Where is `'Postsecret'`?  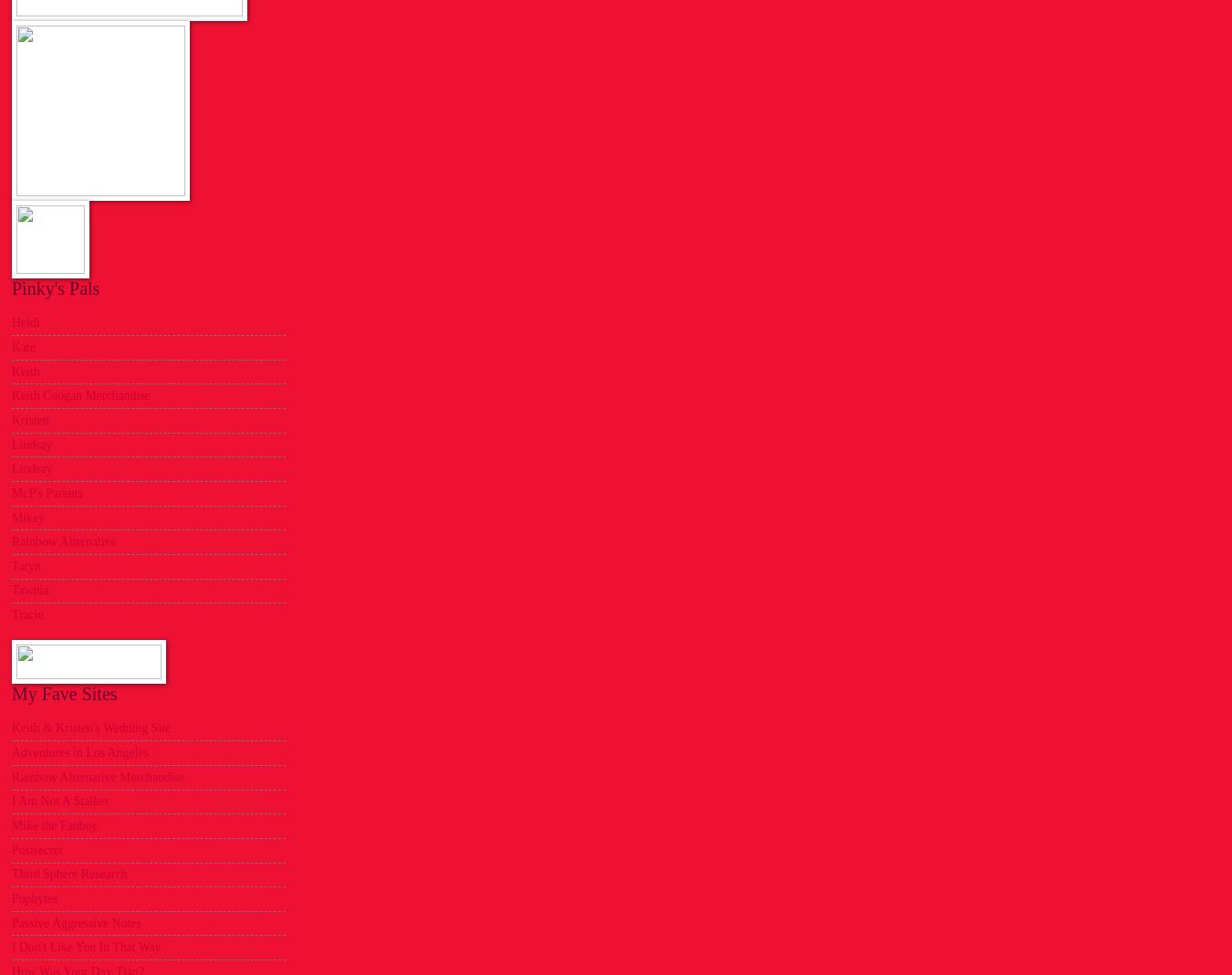
'Postsecret' is located at coordinates (36, 848).